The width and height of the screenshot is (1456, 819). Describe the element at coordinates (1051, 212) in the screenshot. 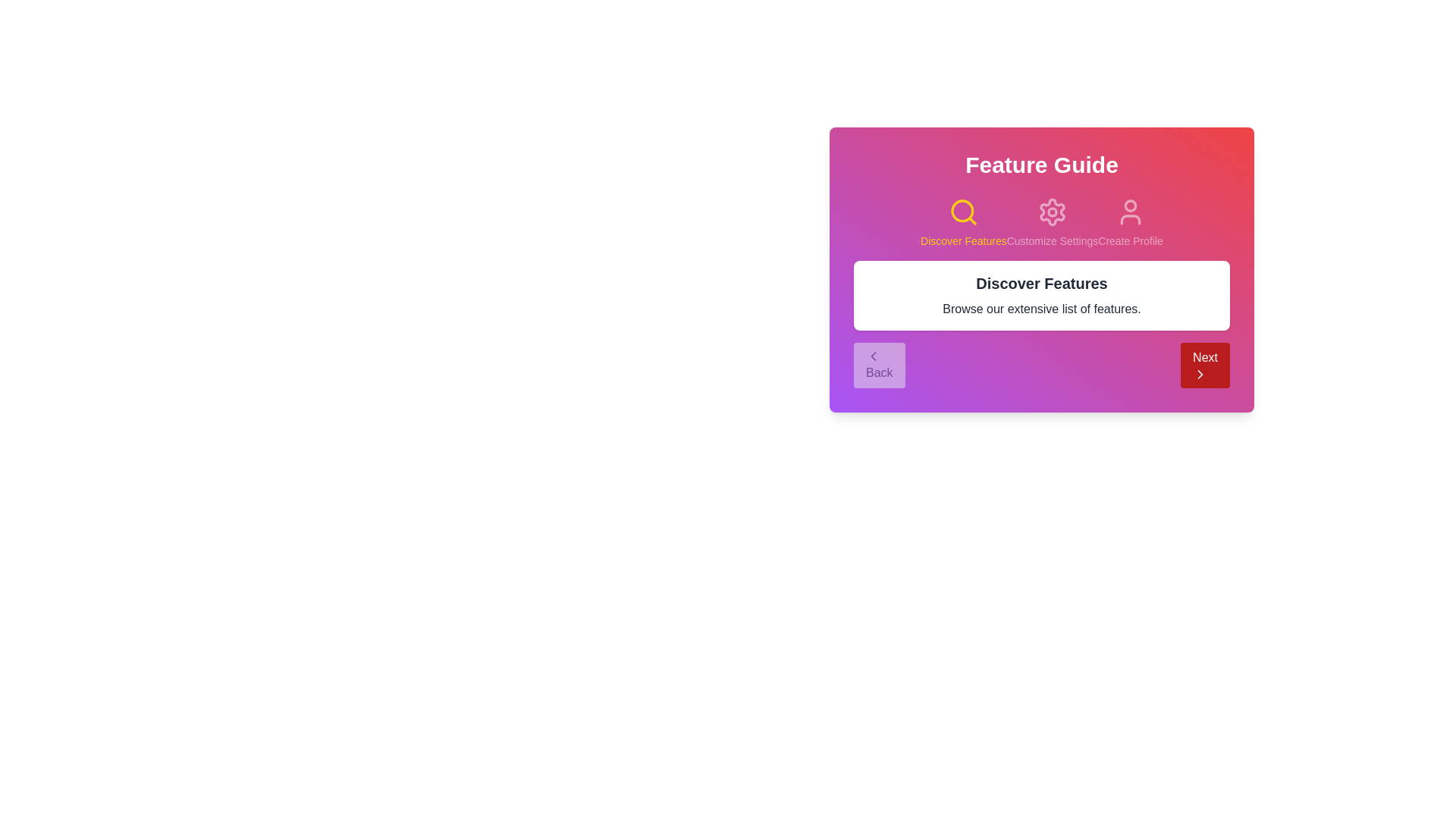

I see `the step associated with Customize Settings by clicking its icon` at that location.